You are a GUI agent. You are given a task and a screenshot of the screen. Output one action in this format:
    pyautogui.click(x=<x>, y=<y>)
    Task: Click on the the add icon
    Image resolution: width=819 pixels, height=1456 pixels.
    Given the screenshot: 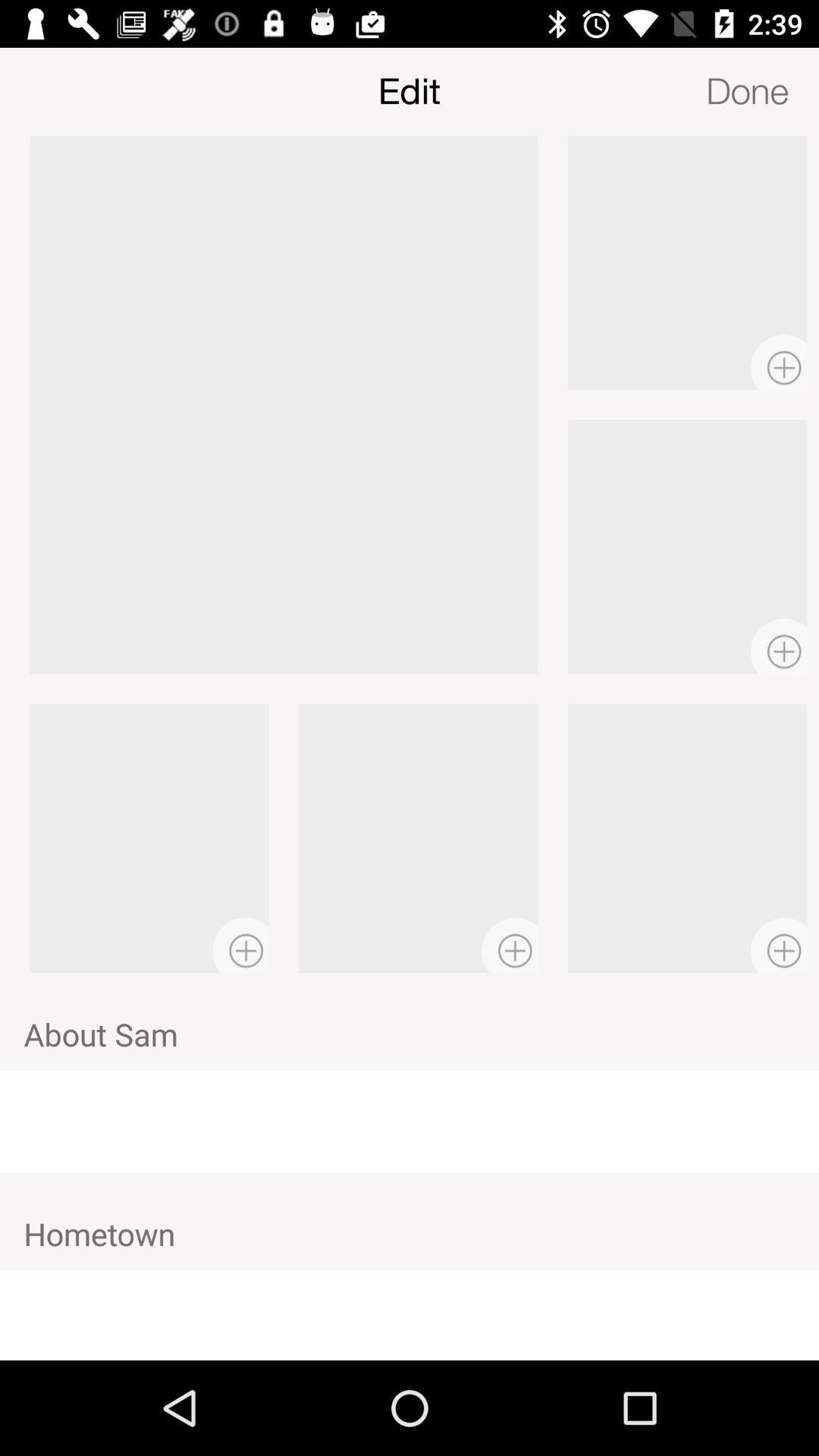 What is the action you would take?
    pyautogui.click(x=779, y=944)
    